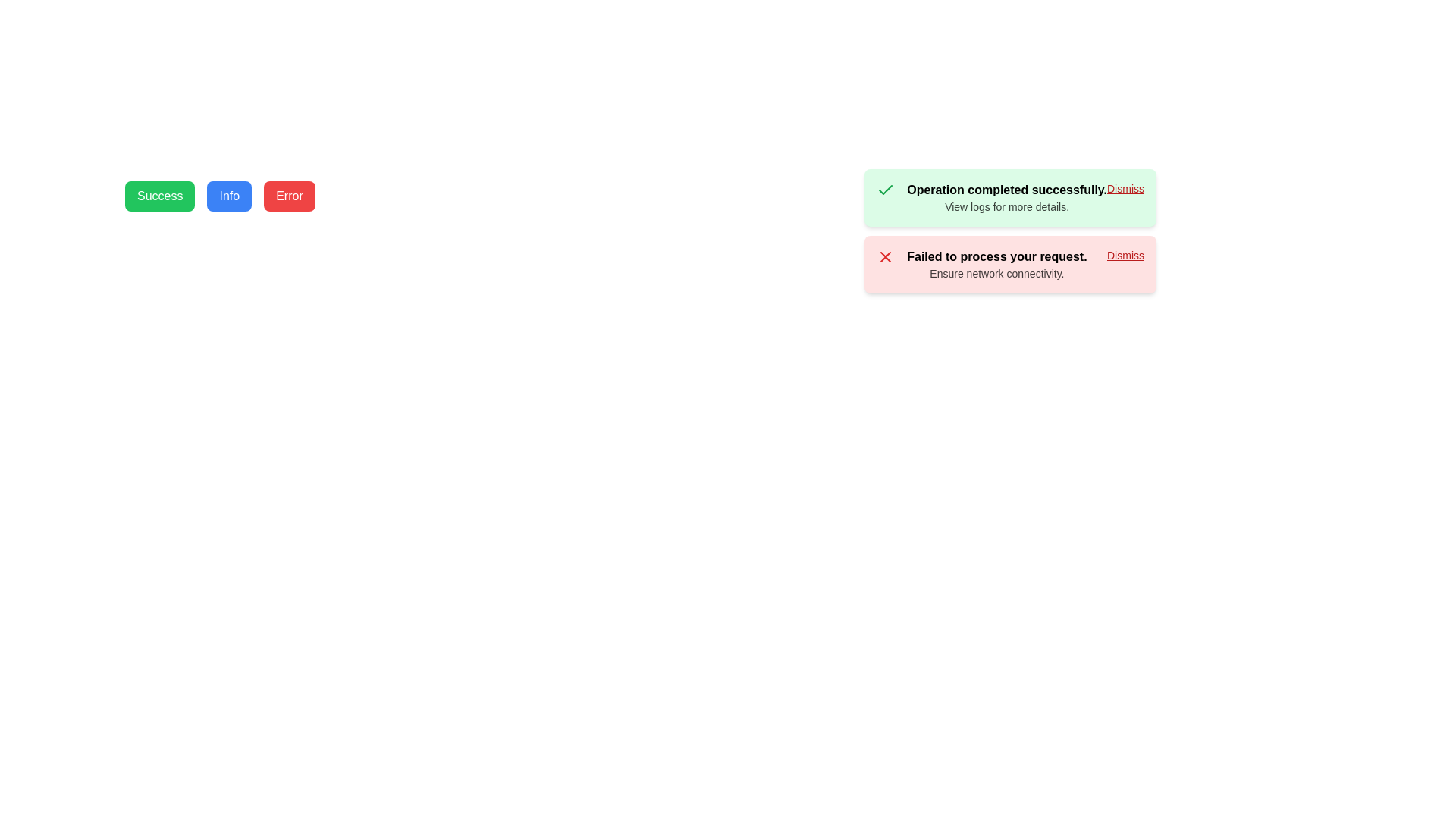 This screenshot has width=1456, height=819. Describe the element at coordinates (289, 195) in the screenshot. I see `the 'Error' button, which is the third button in a sequence with a red background and white text` at that location.